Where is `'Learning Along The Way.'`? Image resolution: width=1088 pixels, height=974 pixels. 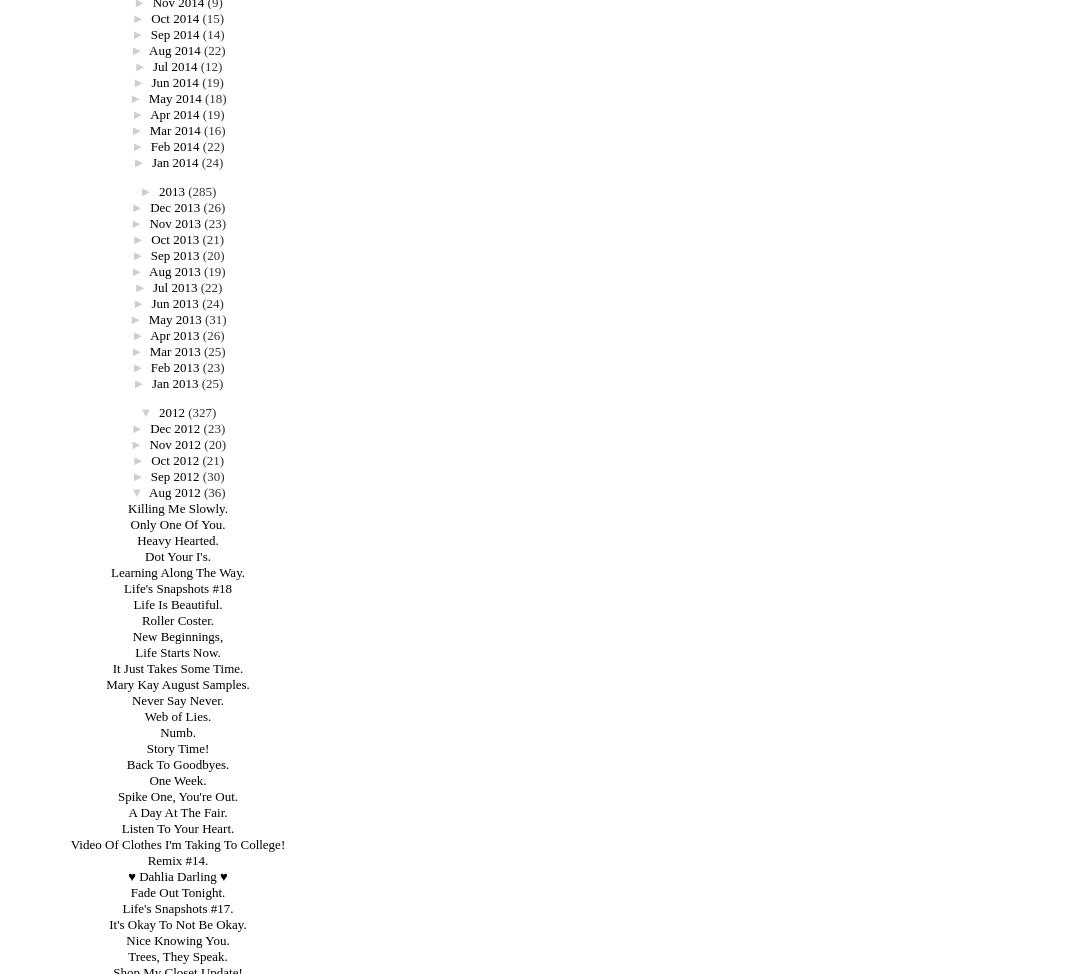
'Learning Along The Way.' is located at coordinates (176, 571).